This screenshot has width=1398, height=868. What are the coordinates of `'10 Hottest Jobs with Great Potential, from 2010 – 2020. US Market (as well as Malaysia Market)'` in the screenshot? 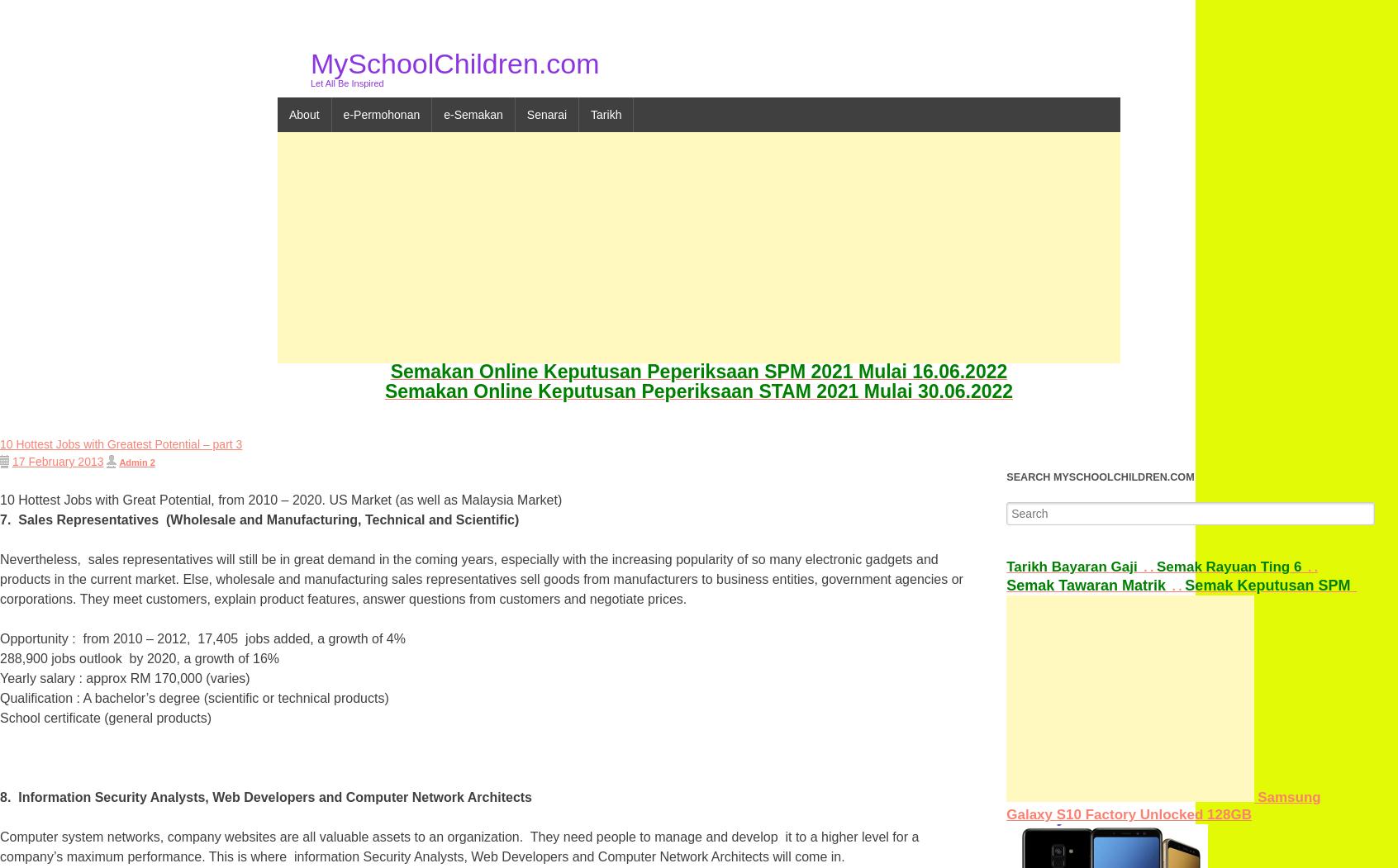 It's located at (279, 500).